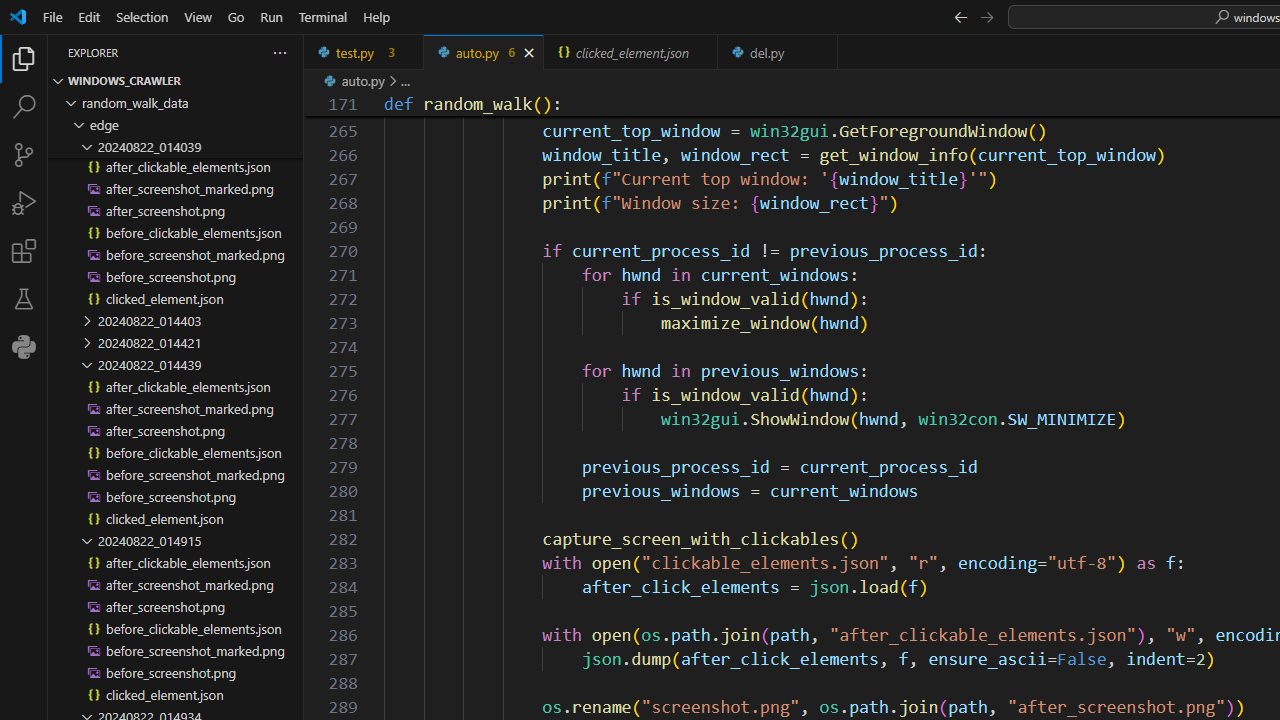  What do you see at coordinates (24, 249) in the screenshot?
I see `'Extensions (Ctrl+Shift+X)'` at bounding box center [24, 249].